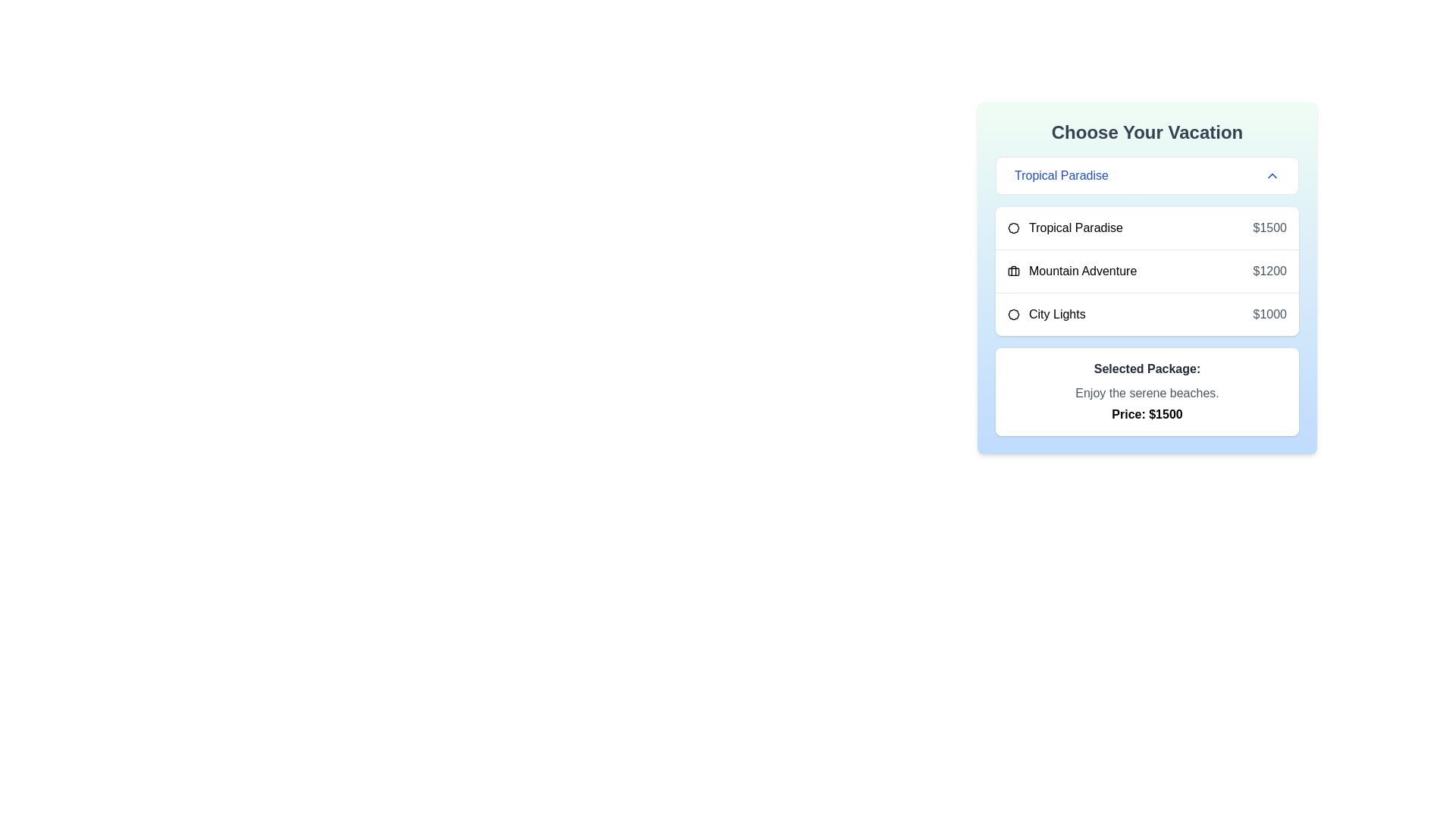  What do you see at coordinates (1014, 270) in the screenshot?
I see `the 'Mountain Adventure' option icon, which is a decorative component within an SVG located in the second line of the options list` at bounding box center [1014, 270].